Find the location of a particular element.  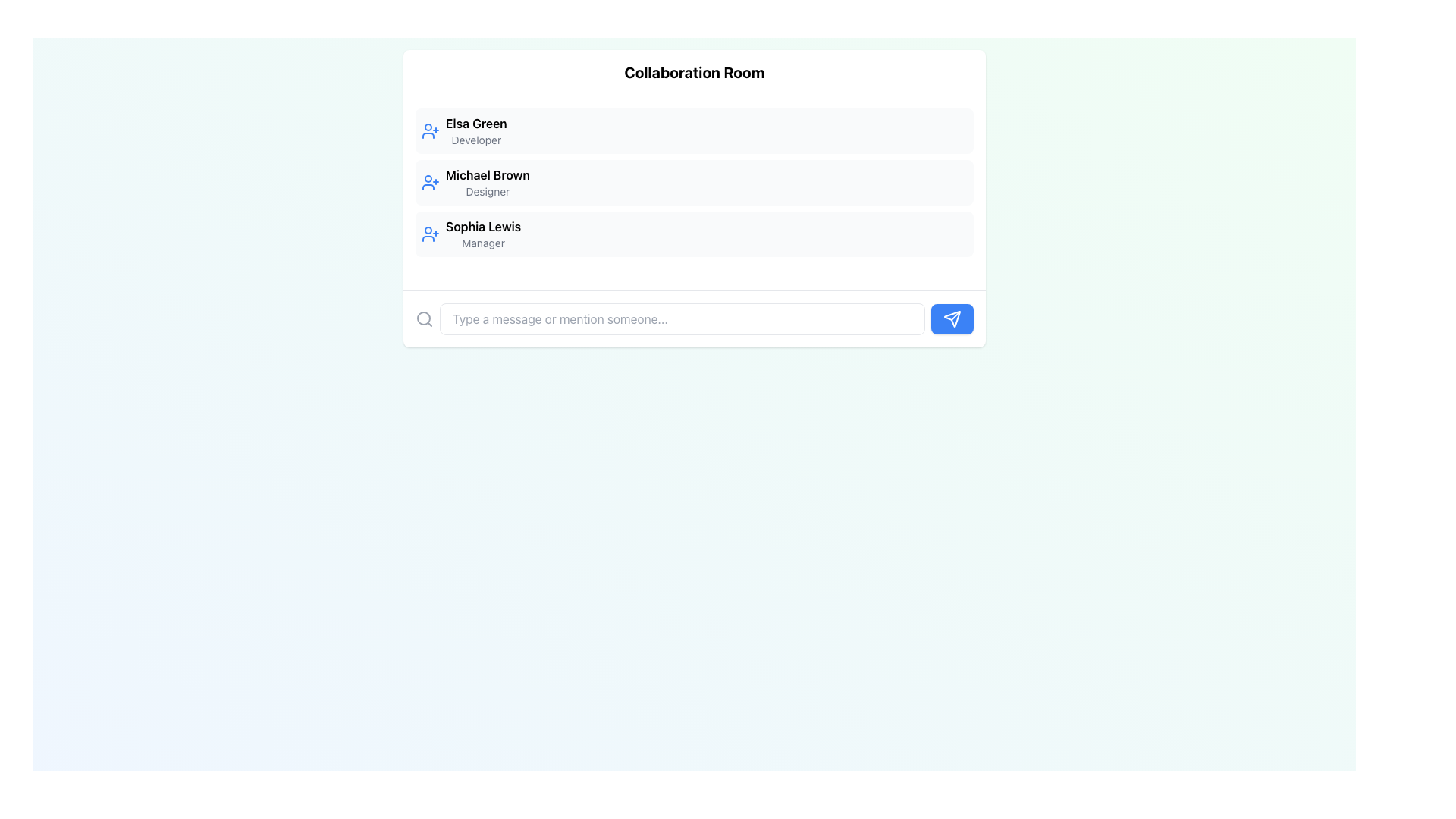

the text displaying 'Elsa Green', the bold name located at the top-left of a list item in the collaboration room interface, to focus on it is located at coordinates (475, 122).